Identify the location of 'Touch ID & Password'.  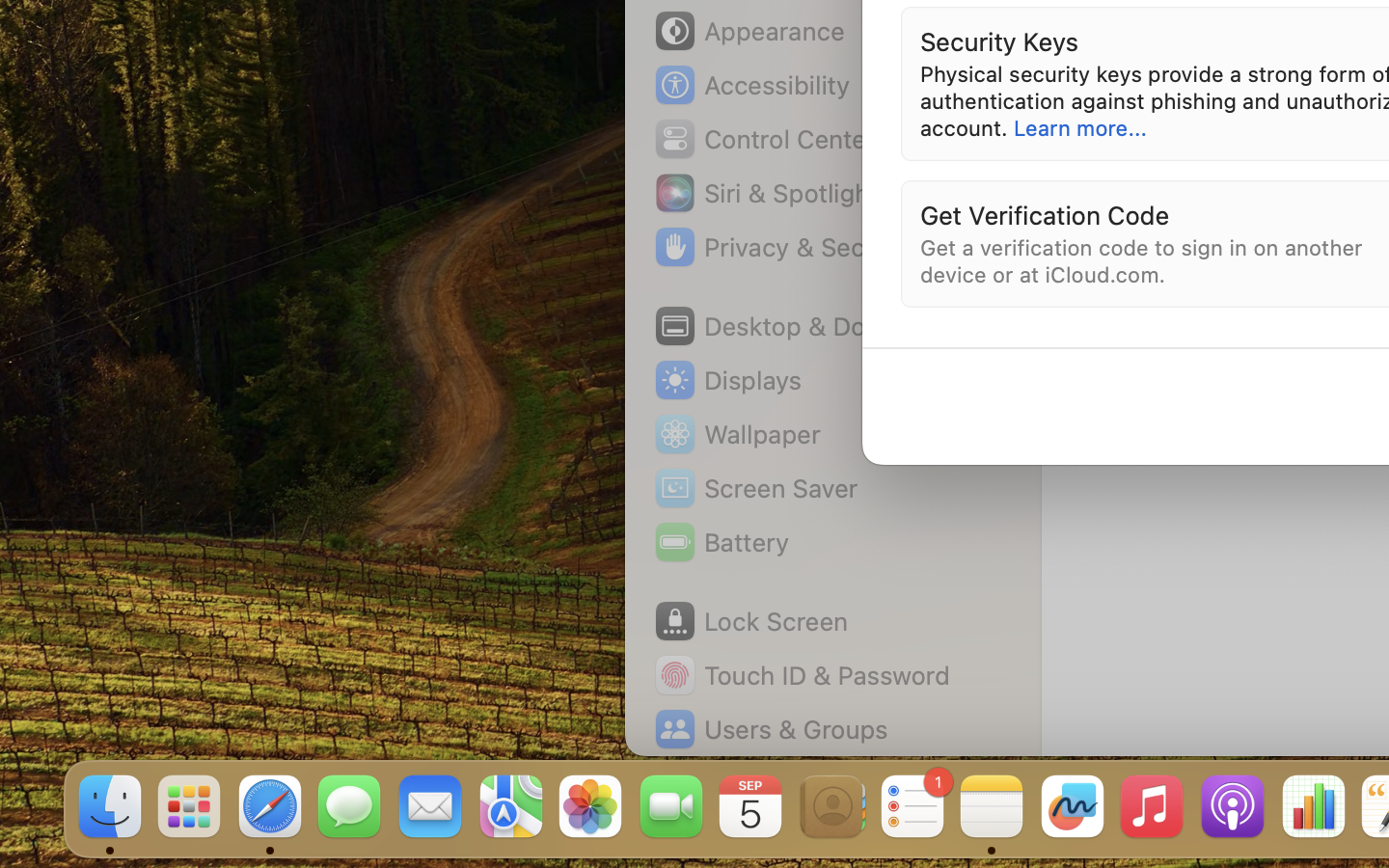
(802, 674).